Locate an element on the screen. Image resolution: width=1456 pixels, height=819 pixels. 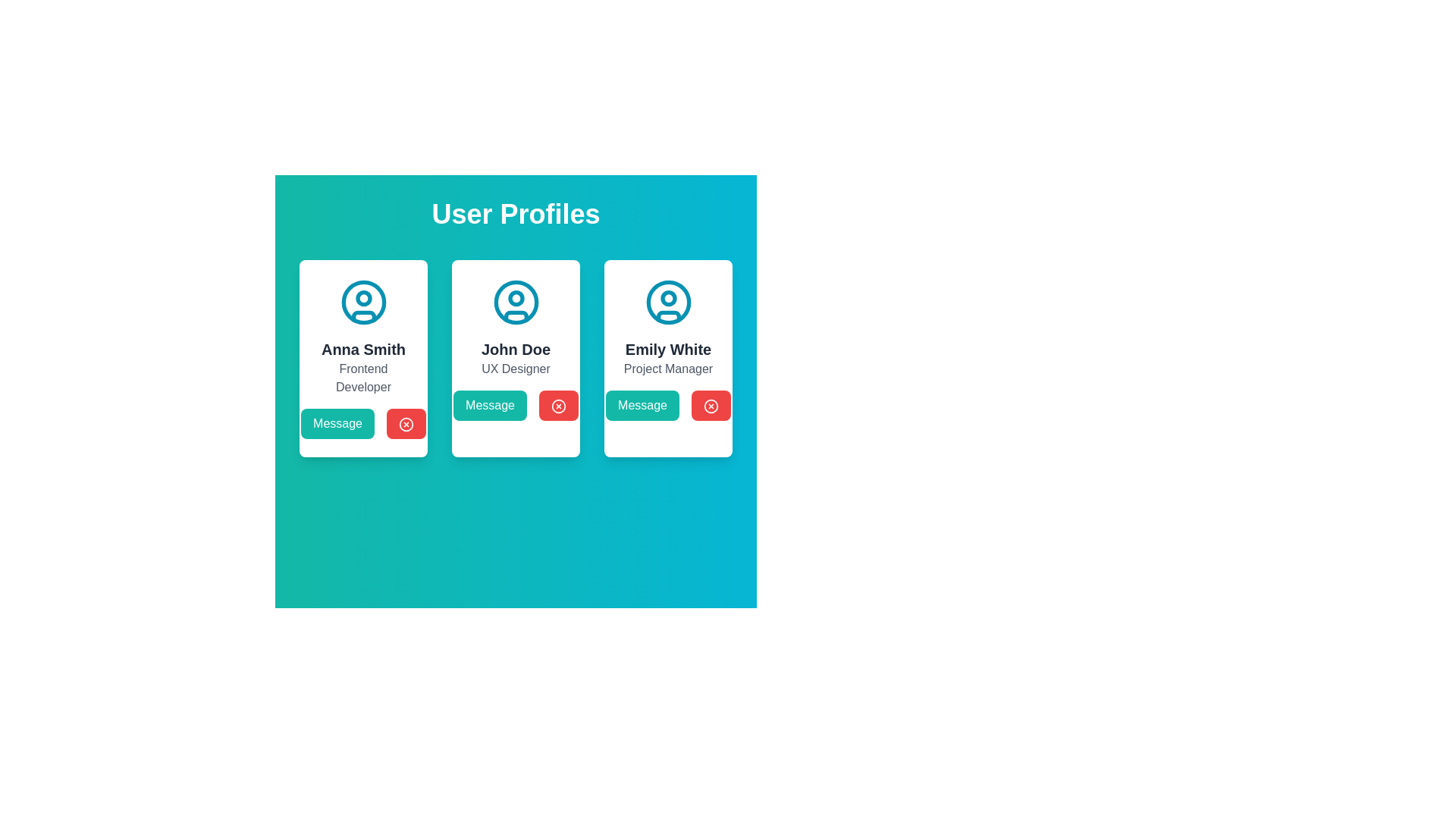
the Profile icon (SVG graphic) representing user Emily White, located at the top center of the third user profile card from the left in a row of three horizontal cards is located at coordinates (667, 302).